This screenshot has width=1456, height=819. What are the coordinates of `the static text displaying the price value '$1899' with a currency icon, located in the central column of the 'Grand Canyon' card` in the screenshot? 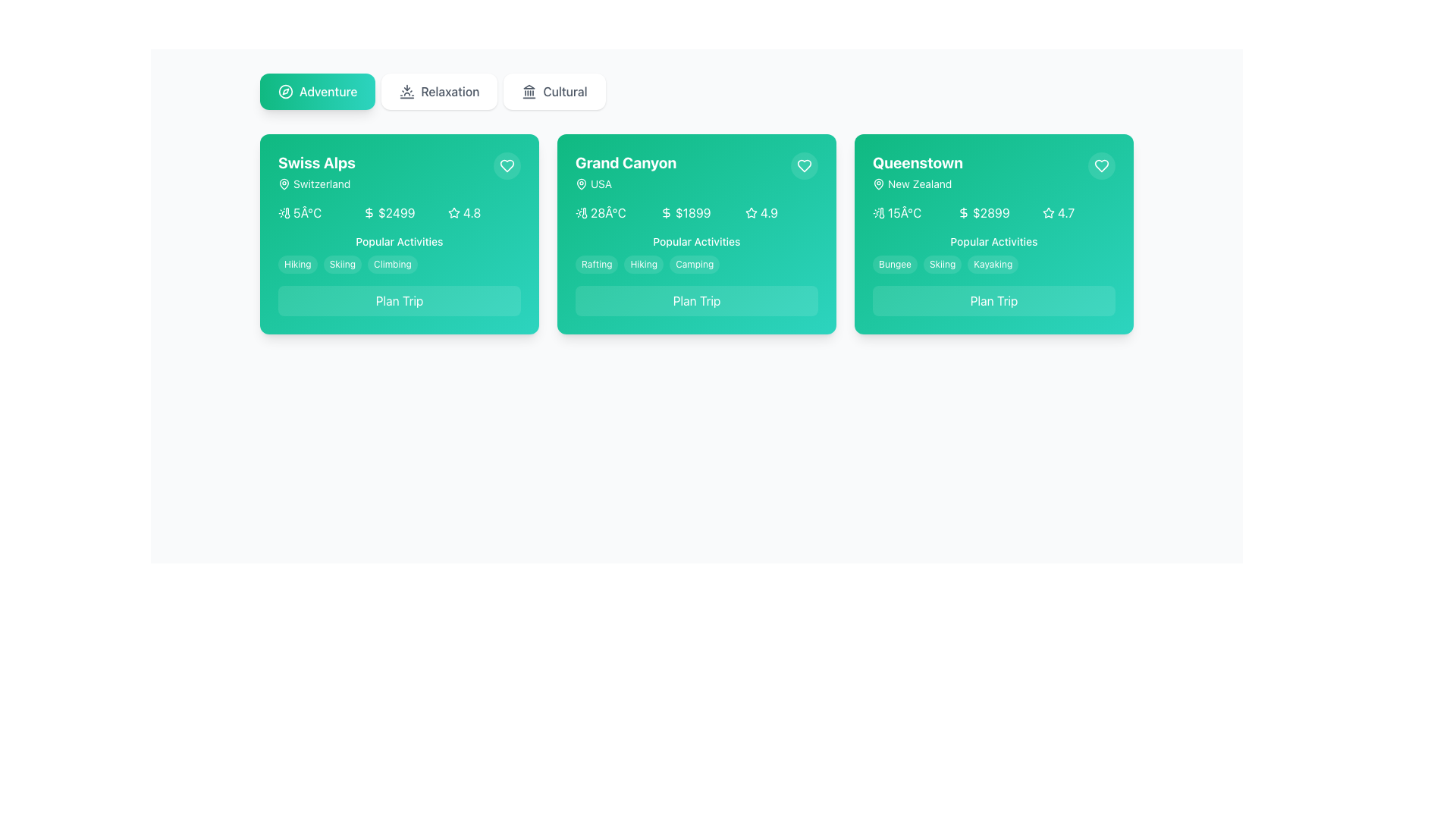 It's located at (695, 213).